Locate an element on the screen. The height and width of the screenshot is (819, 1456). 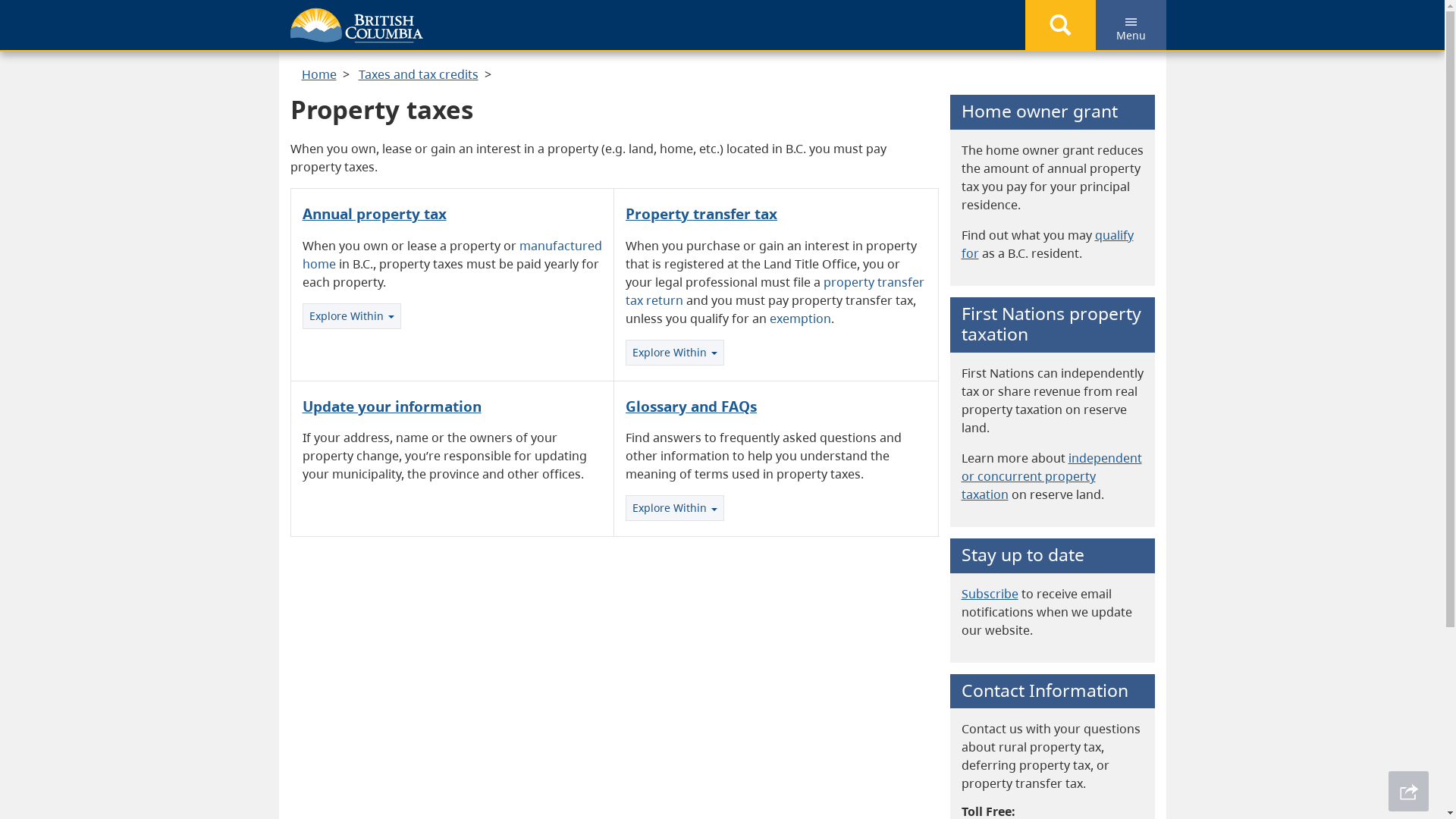
'Taxes and tax credits' is located at coordinates (356, 74).